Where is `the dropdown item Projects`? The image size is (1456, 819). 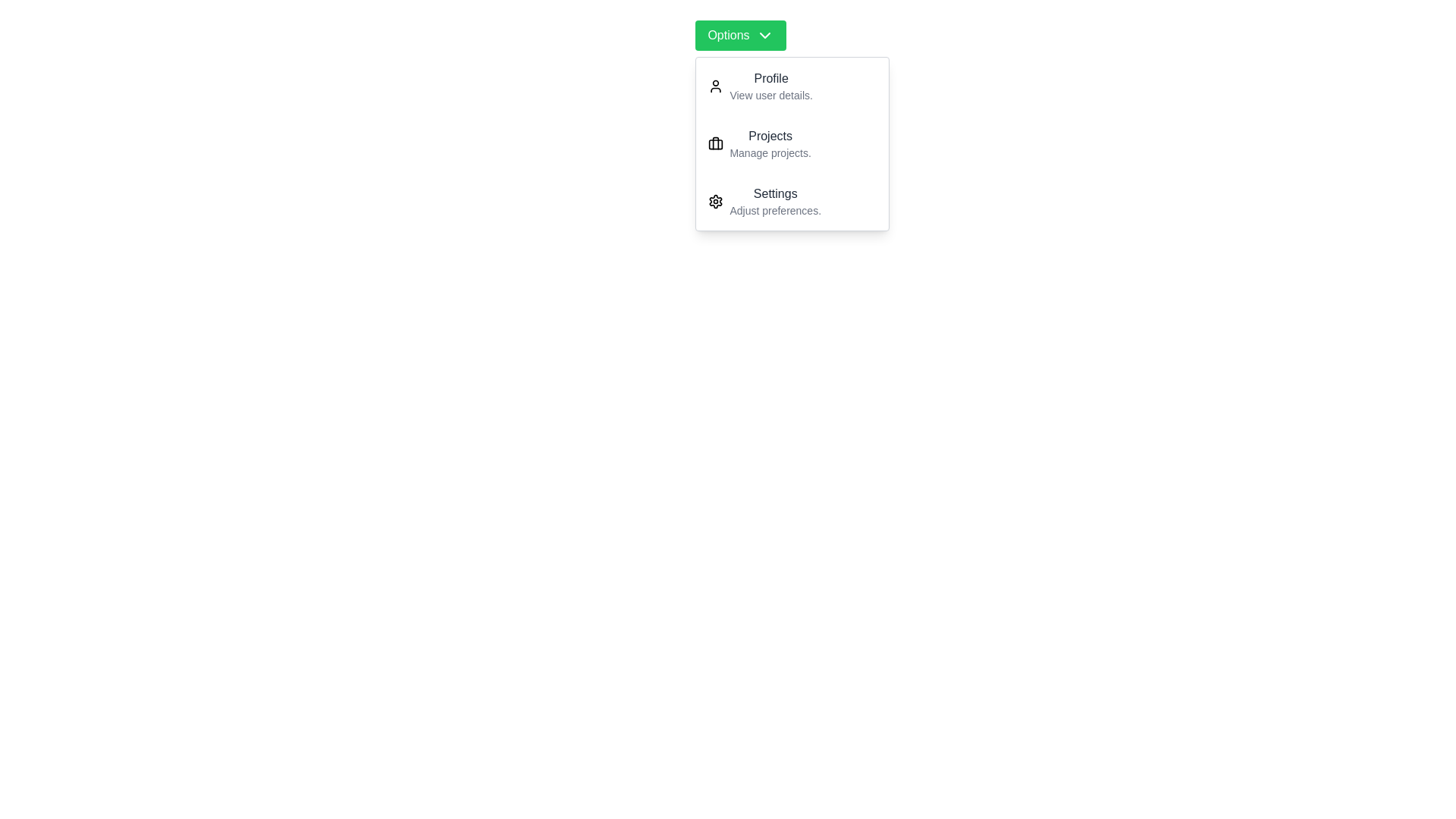 the dropdown item Projects is located at coordinates (792, 143).